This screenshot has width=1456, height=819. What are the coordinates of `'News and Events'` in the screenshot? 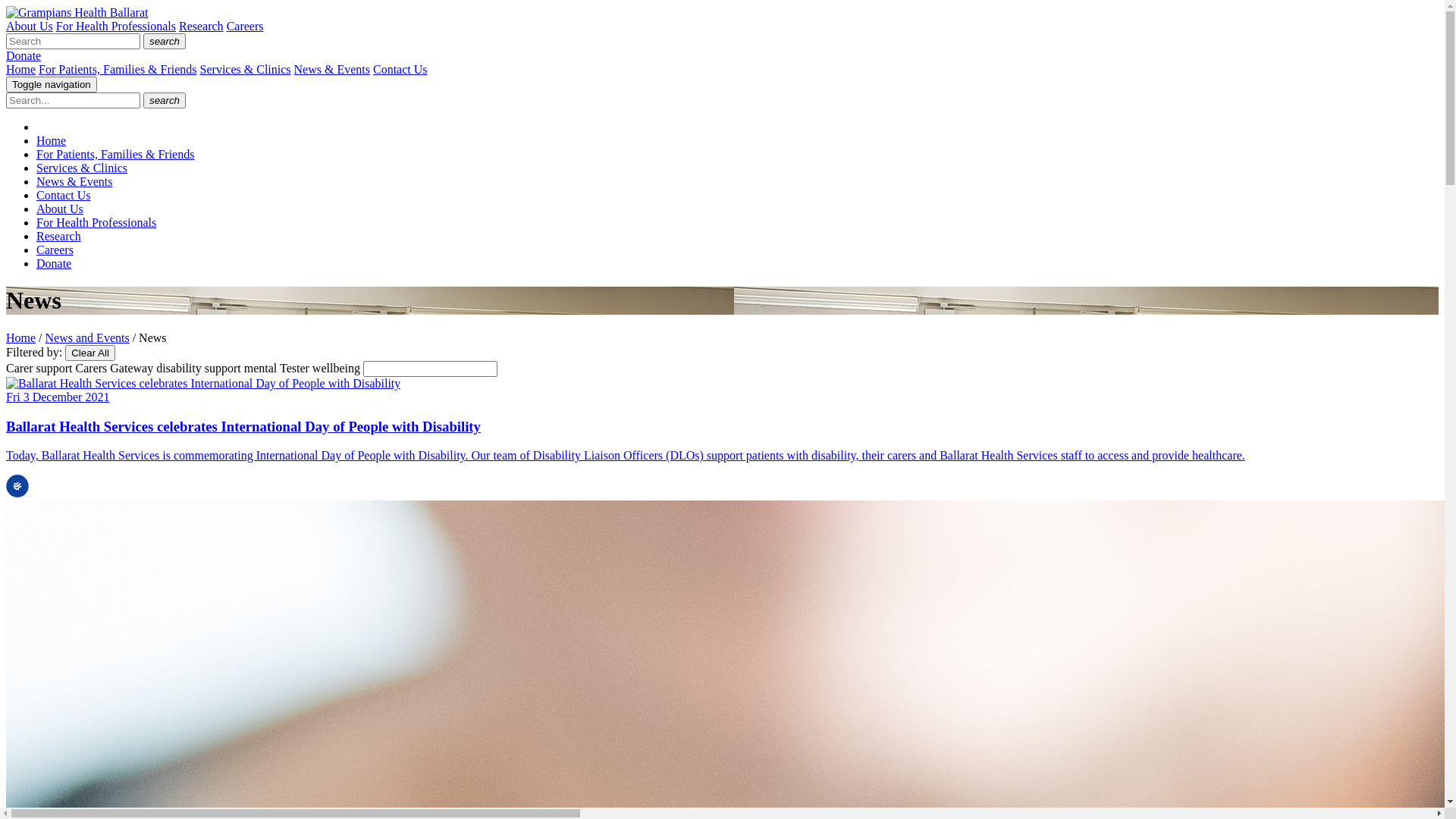 It's located at (86, 337).